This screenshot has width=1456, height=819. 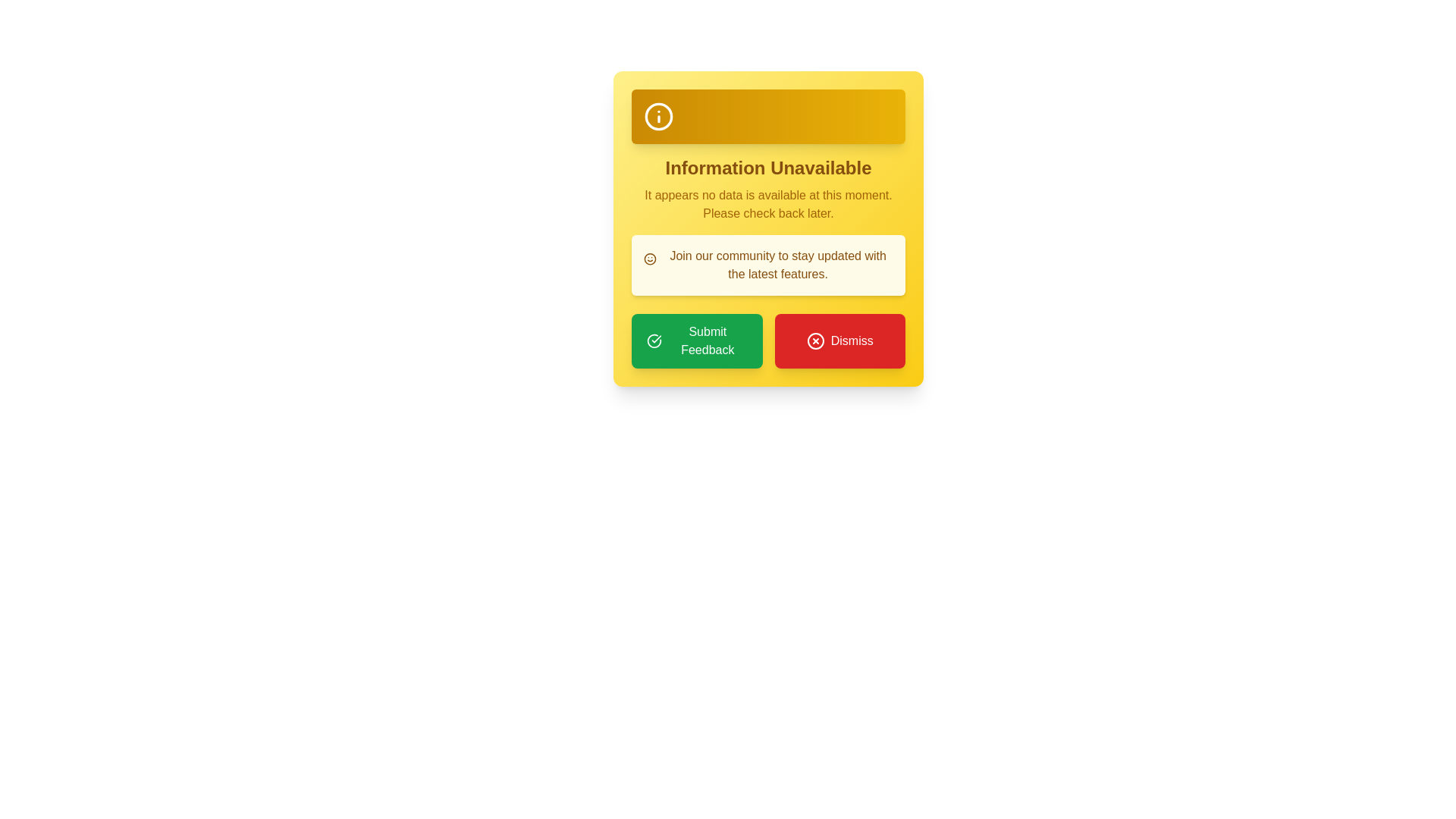 What do you see at coordinates (696, 341) in the screenshot?
I see `the green 'Submit Feedback' button with rounded corners and a checkmark icon to trigger the hover effect` at bounding box center [696, 341].